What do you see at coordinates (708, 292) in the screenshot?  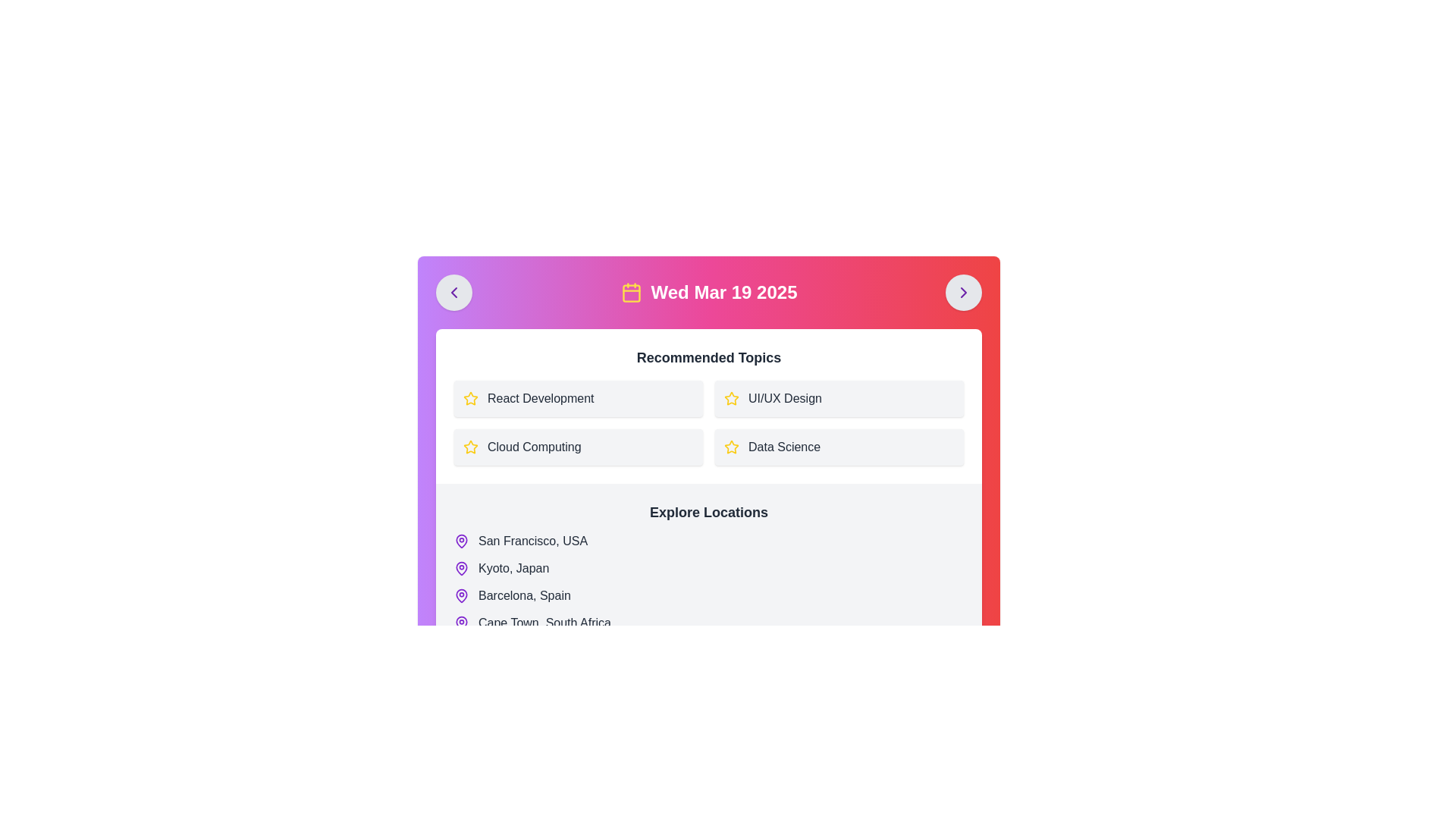 I see `the Informational Label that displays the current date or title information, located above the 'Recommended Topics' area` at bounding box center [708, 292].